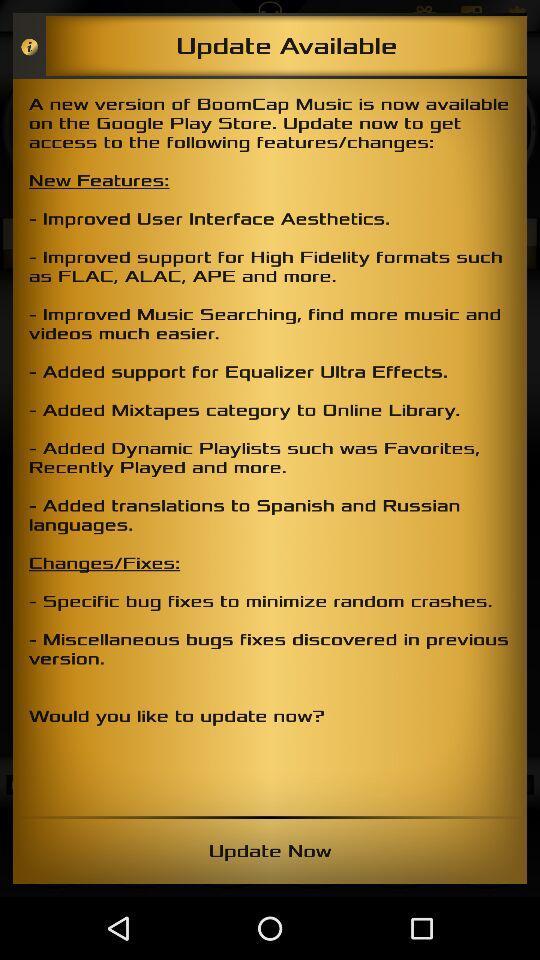  I want to click on the item below update available icon, so click(270, 447).